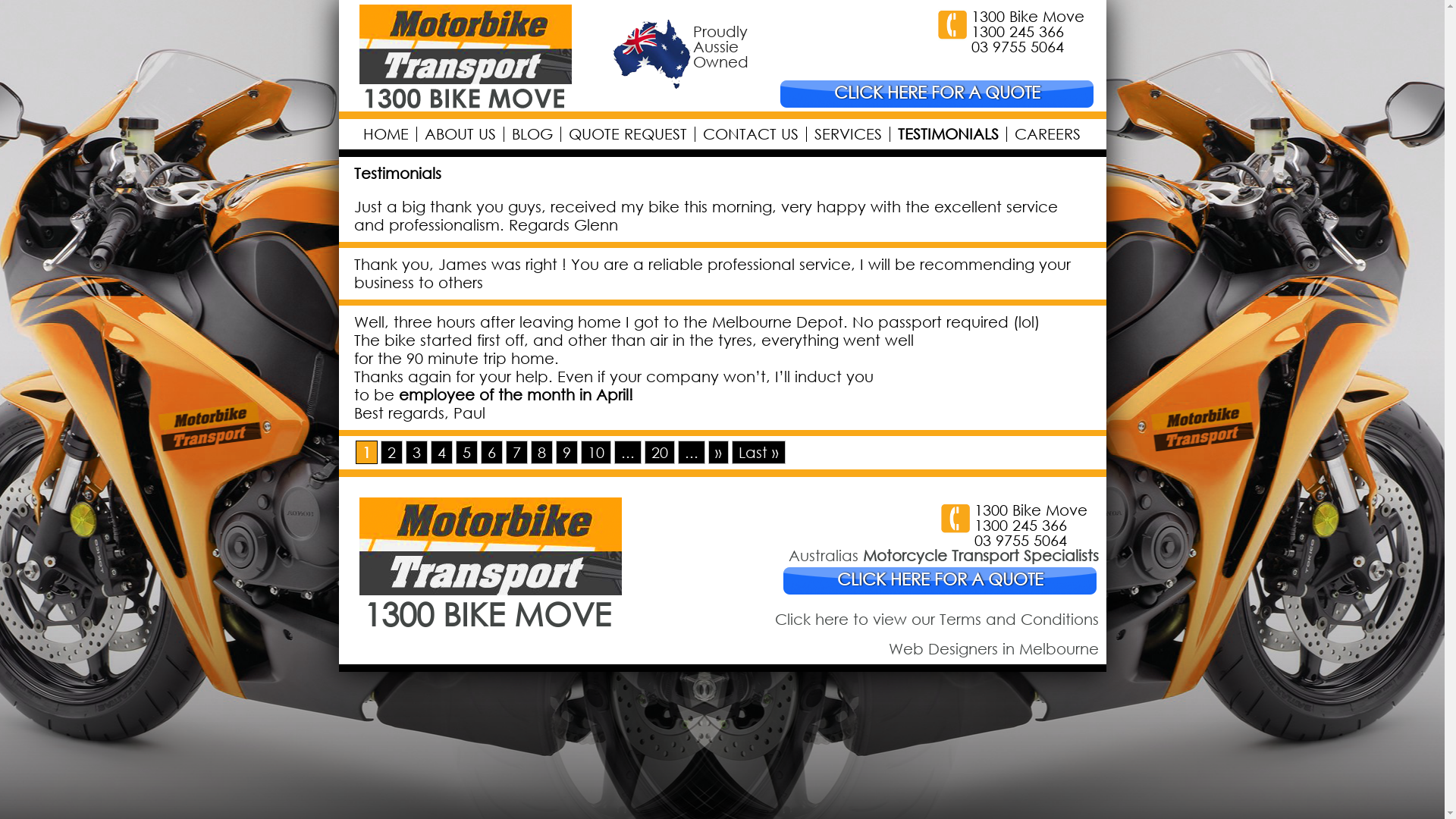 The height and width of the screenshot is (819, 1456). Describe the element at coordinates (454, 451) in the screenshot. I see `'5'` at that location.